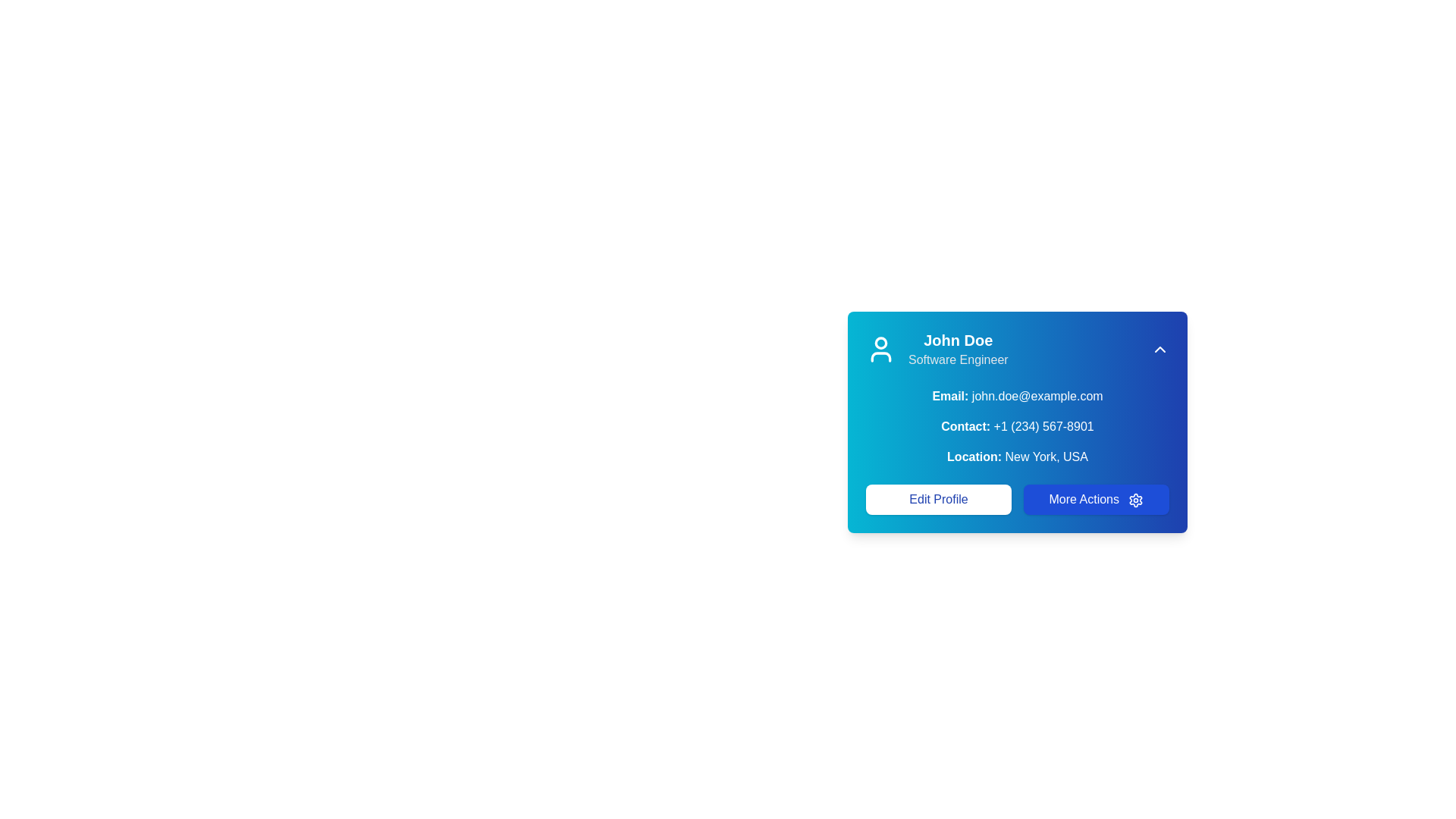 This screenshot has height=819, width=1456. Describe the element at coordinates (880, 342) in the screenshot. I see `the SVG circle element representing the user profile icon, located at the top-left corner of the user information card` at that location.